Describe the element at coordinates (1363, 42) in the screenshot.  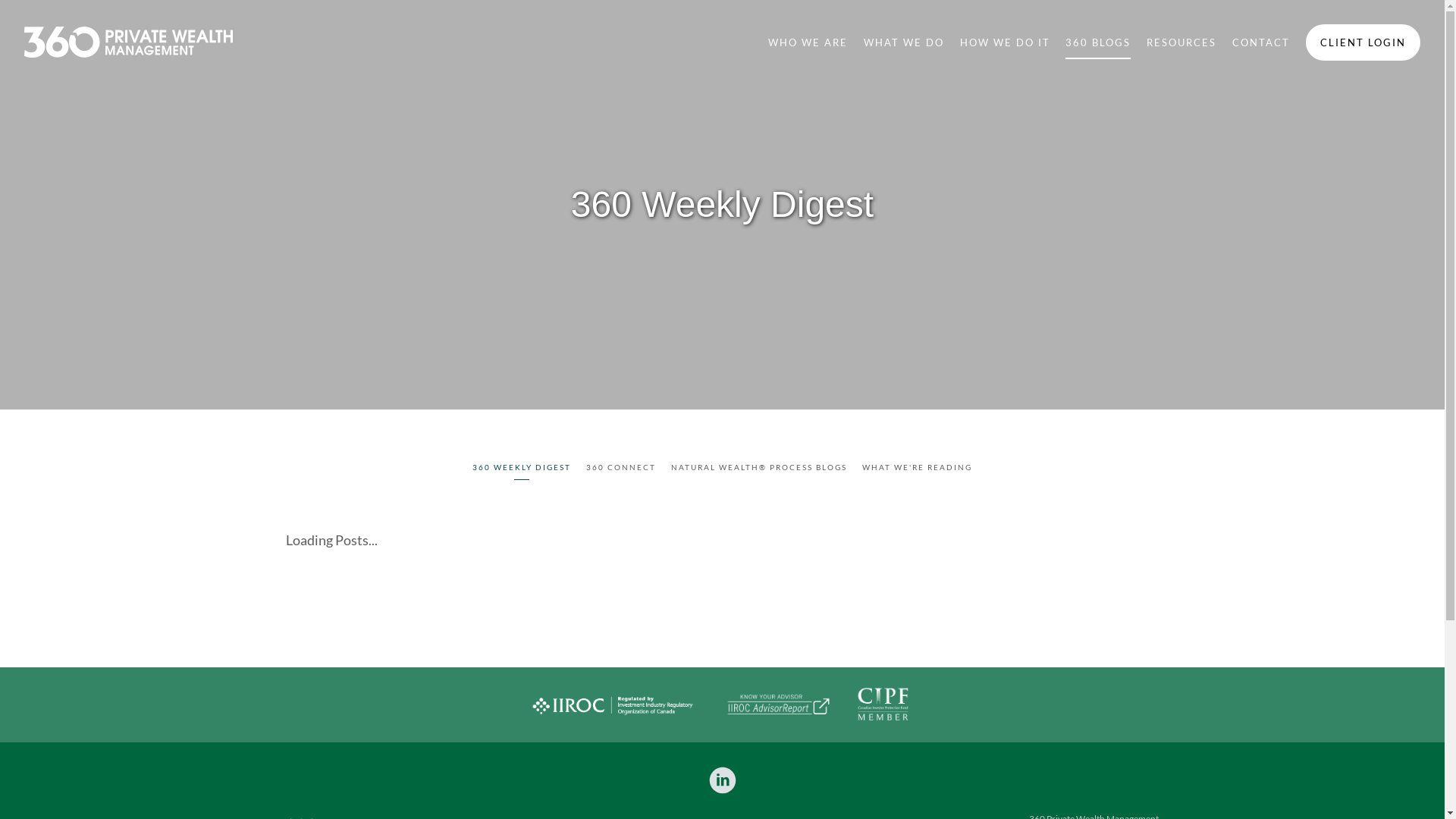
I see `'CLIENT LOGIN'` at that location.